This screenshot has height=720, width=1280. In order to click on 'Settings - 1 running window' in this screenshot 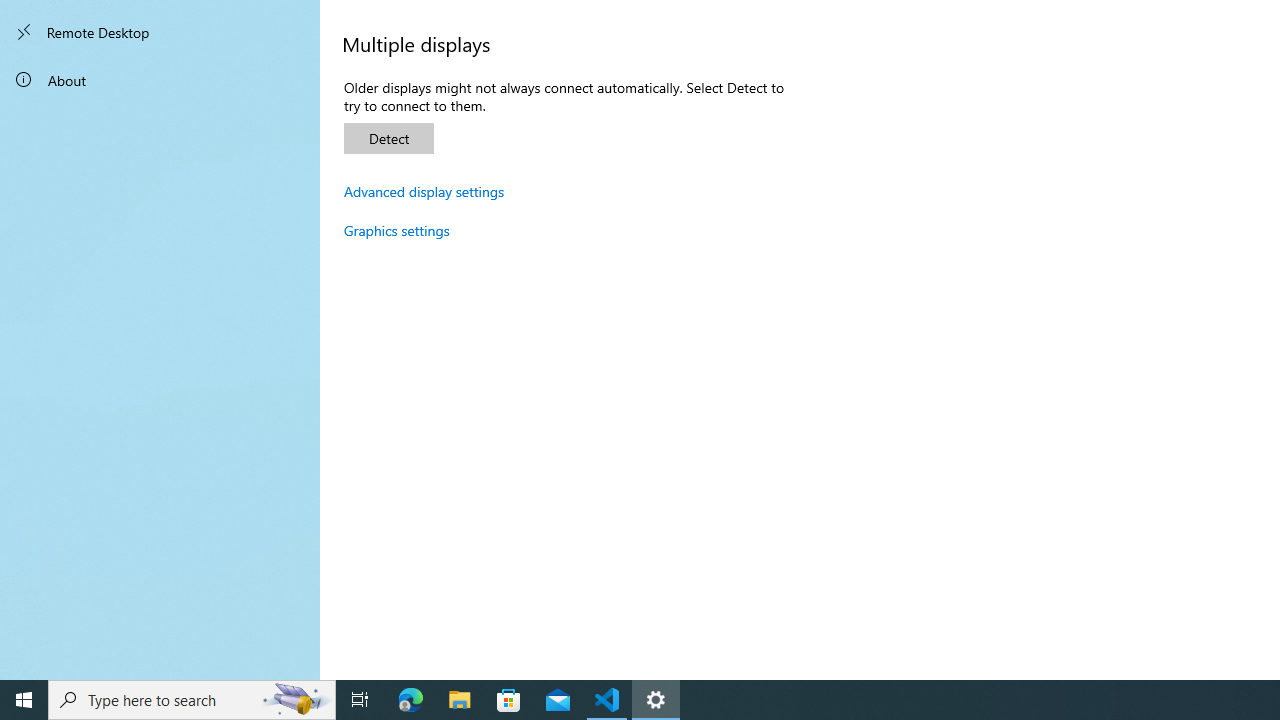, I will do `click(656, 698)`.